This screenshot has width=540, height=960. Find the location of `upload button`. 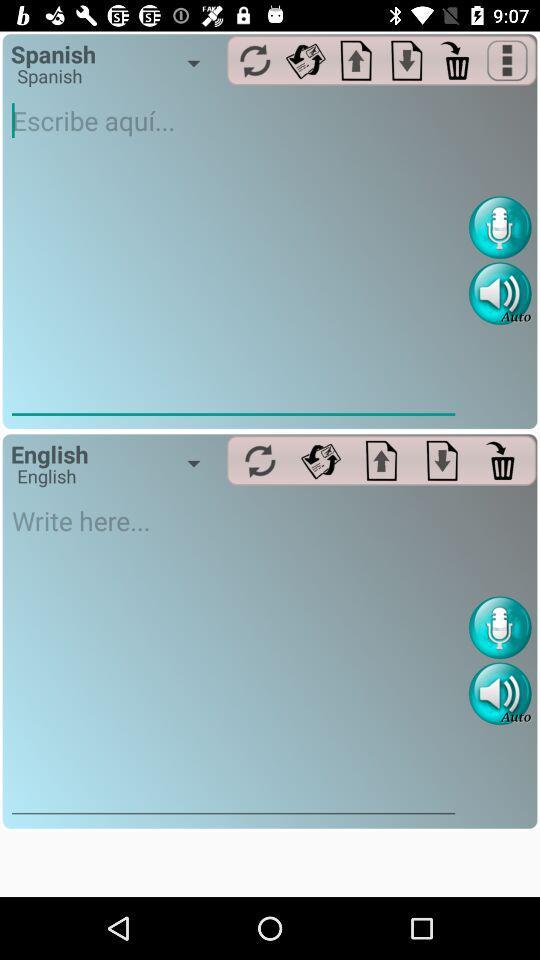

upload button is located at coordinates (381, 460).